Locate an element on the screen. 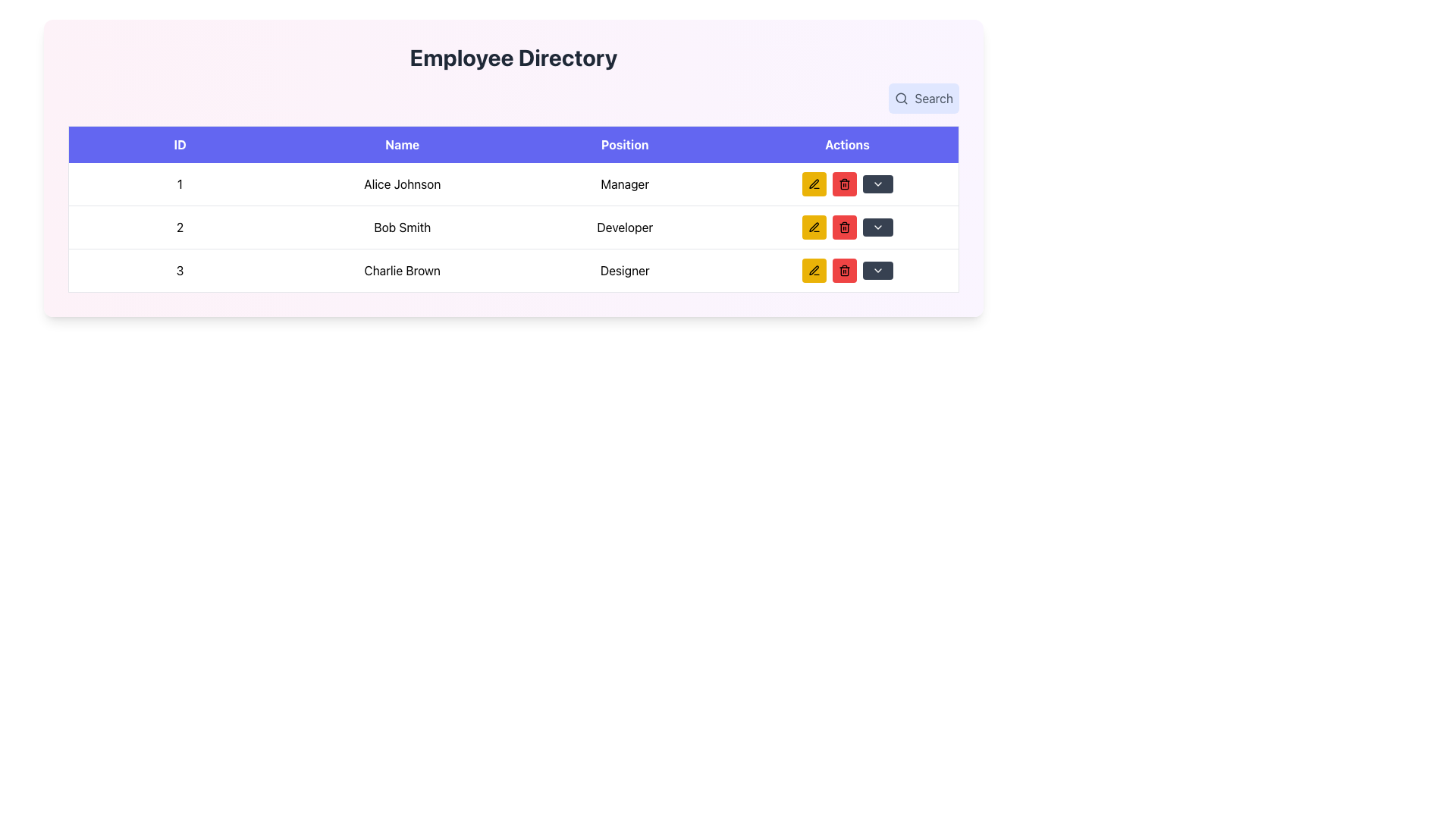 The image size is (1456, 819). the Text Label that identifies the specific record in the table, located in the 'ID' column of the last visible row, adjacent to 'Charlie Brown' in the 'Name' column is located at coordinates (180, 270).